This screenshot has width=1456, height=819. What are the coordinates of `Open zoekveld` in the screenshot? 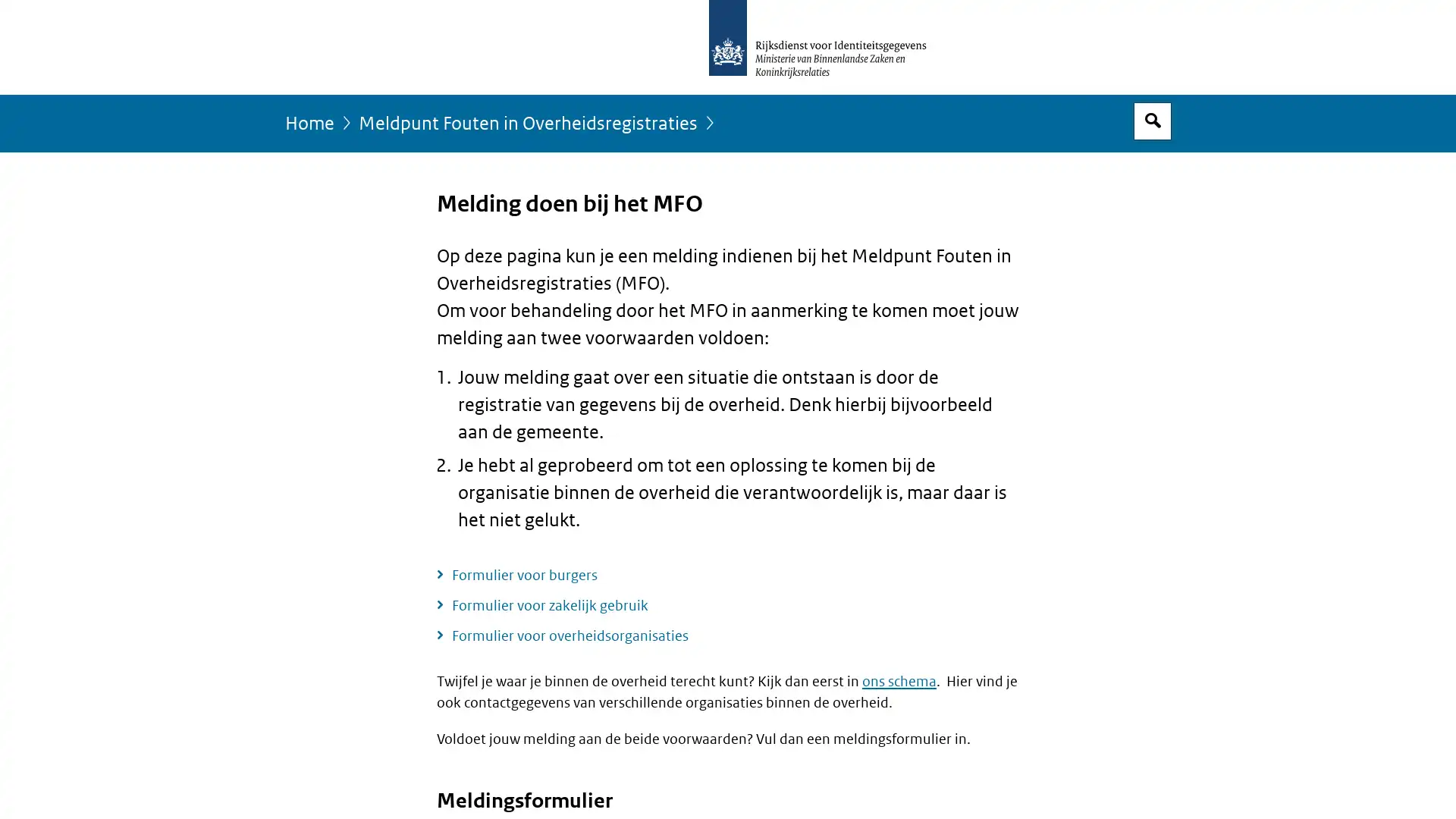 It's located at (1153, 120).